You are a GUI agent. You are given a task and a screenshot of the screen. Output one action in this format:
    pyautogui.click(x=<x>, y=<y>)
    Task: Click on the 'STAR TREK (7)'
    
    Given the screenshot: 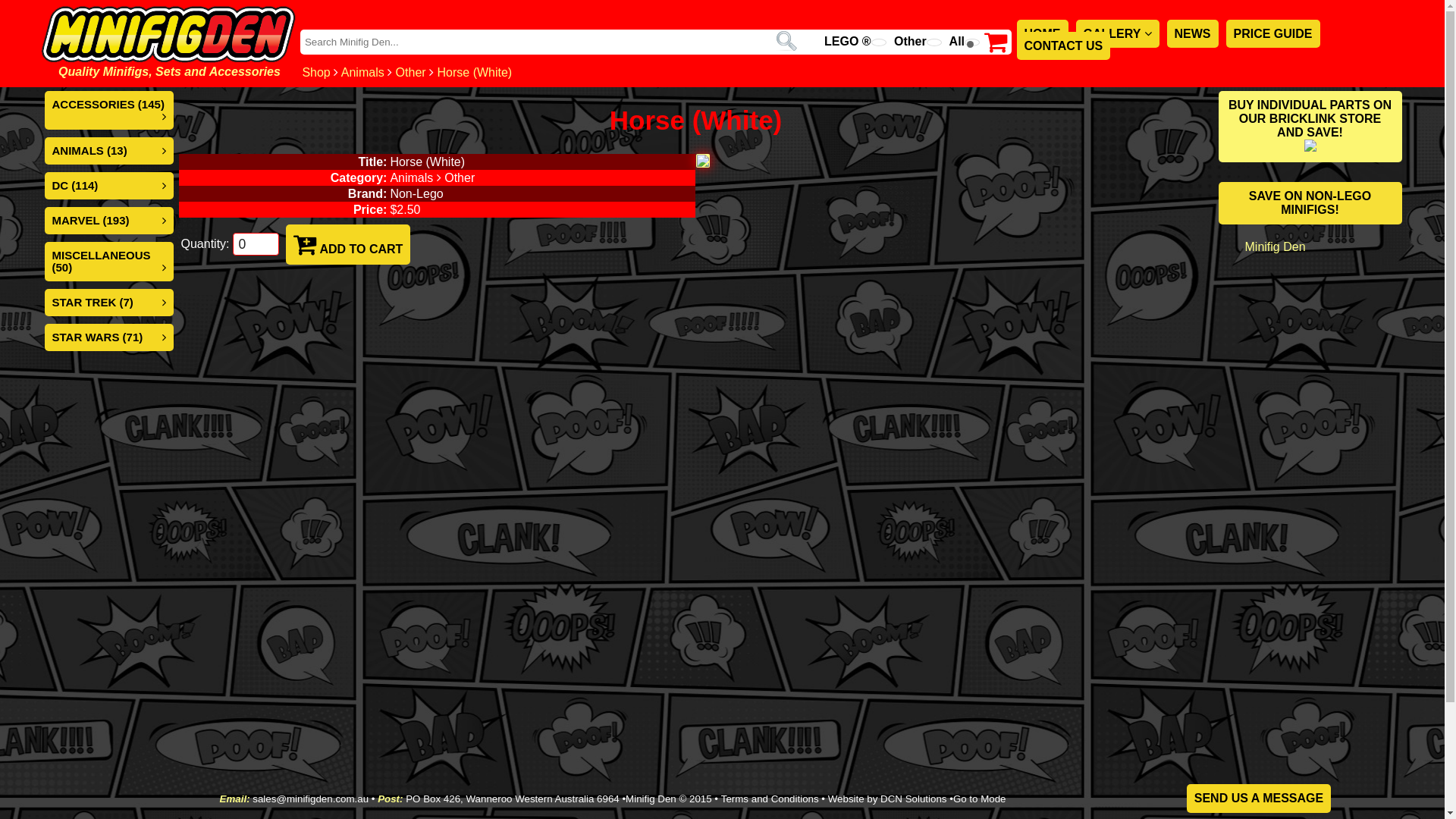 What is the action you would take?
    pyautogui.click(x=91, y=302)
    